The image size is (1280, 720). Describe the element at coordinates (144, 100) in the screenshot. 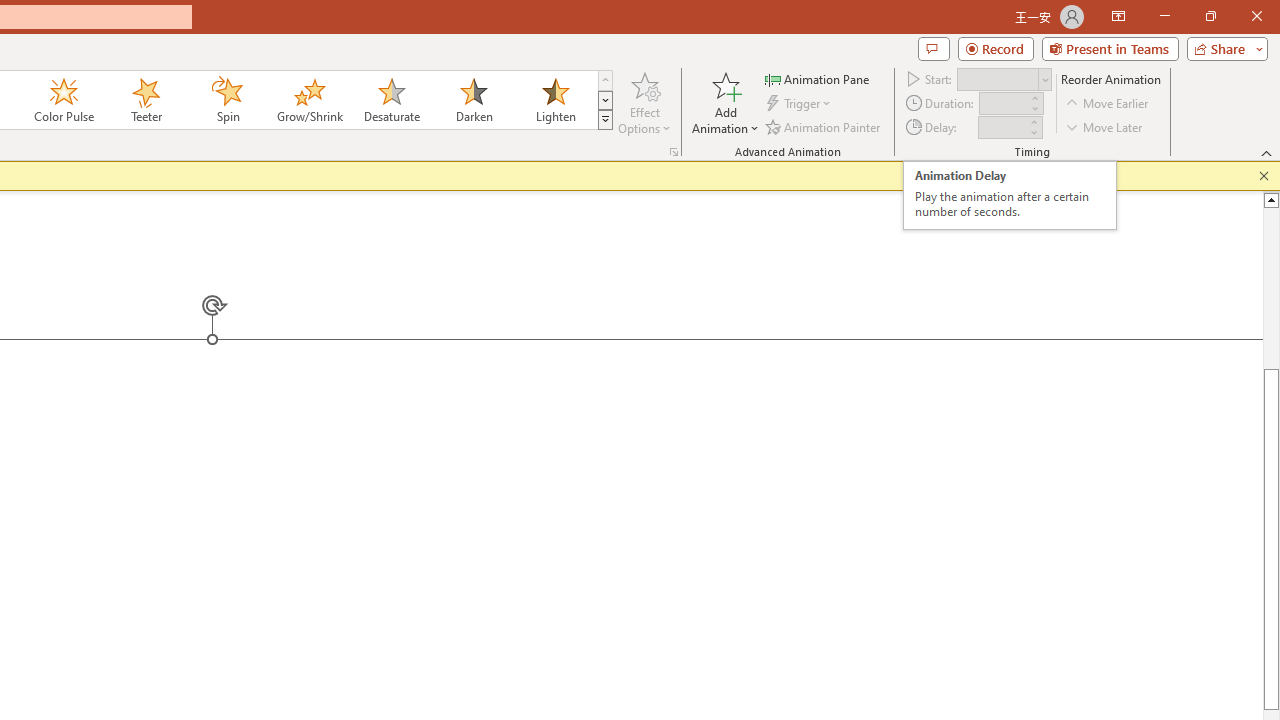

I see `'Teeter'` at that location.